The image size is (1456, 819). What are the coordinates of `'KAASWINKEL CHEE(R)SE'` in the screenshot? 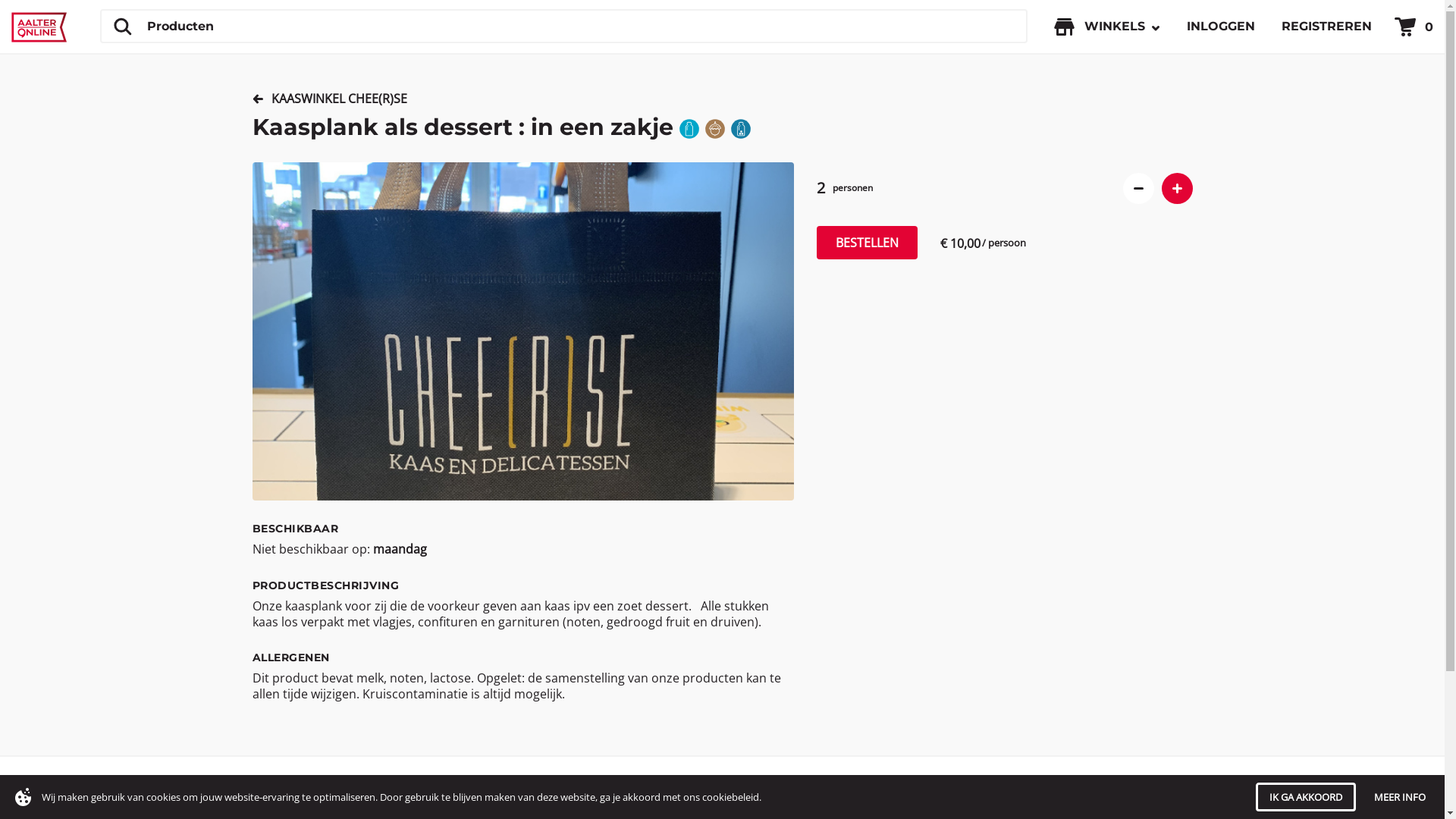 It's located at (331, 99).